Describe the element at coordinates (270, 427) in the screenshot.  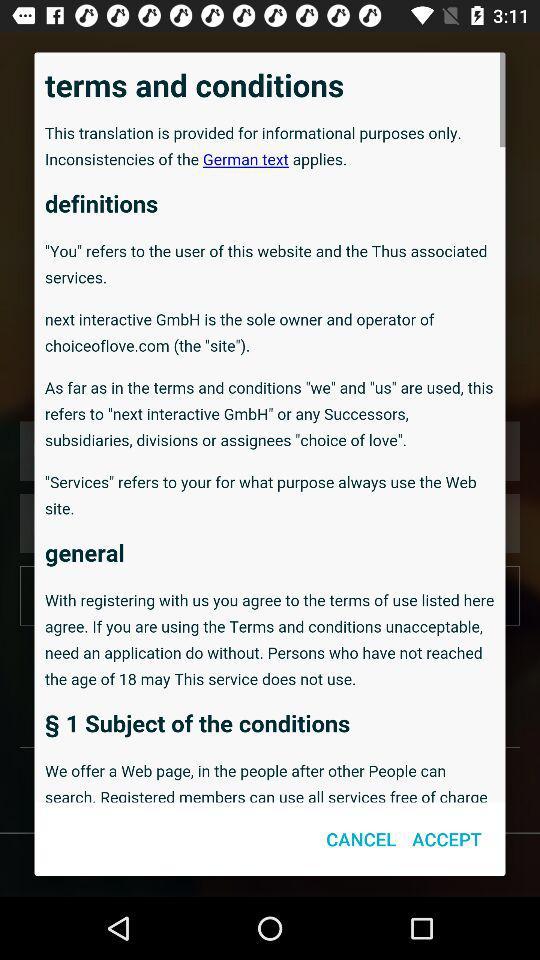
I see `advertisement` at that location.